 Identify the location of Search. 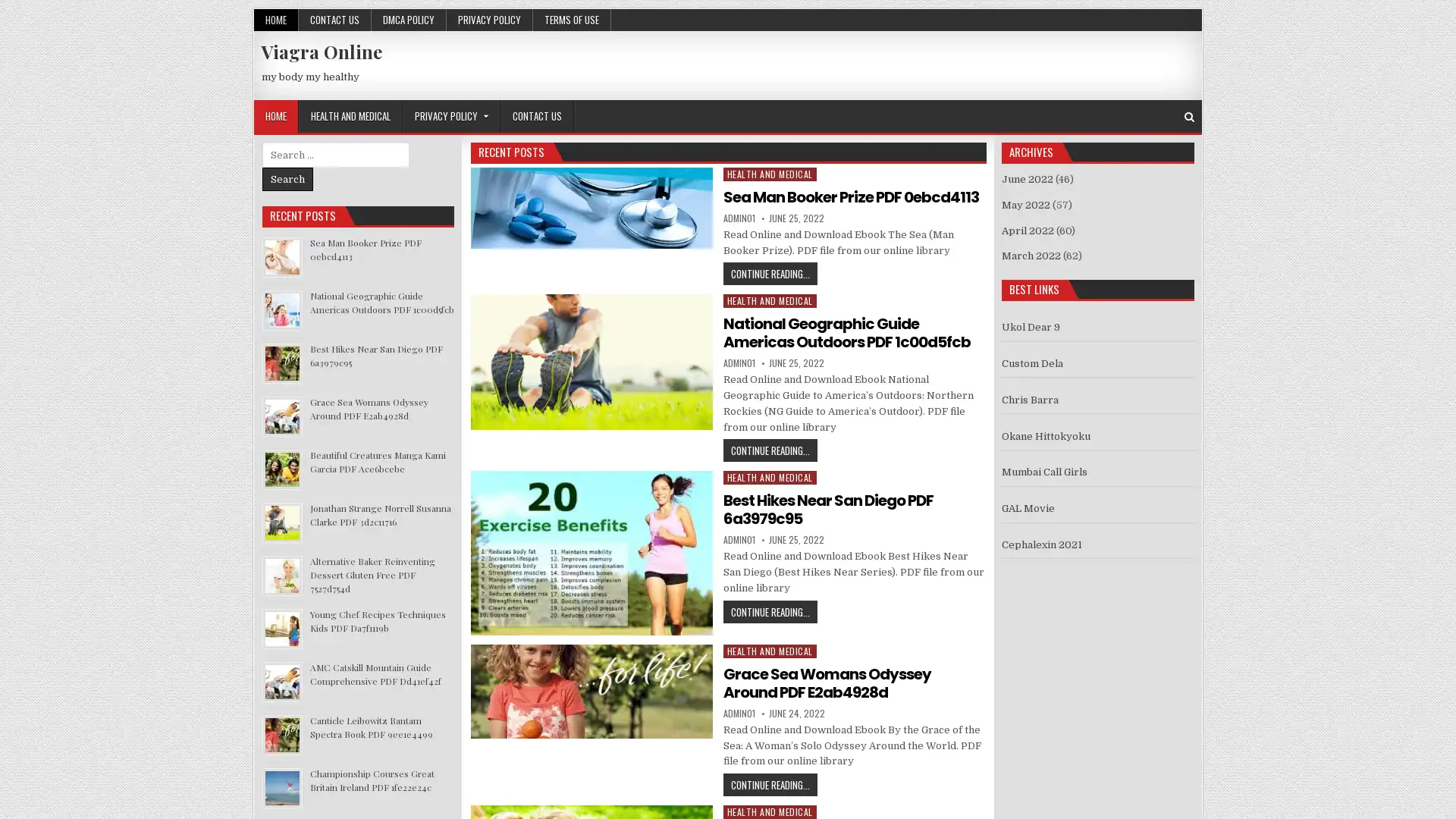
(287, 178).